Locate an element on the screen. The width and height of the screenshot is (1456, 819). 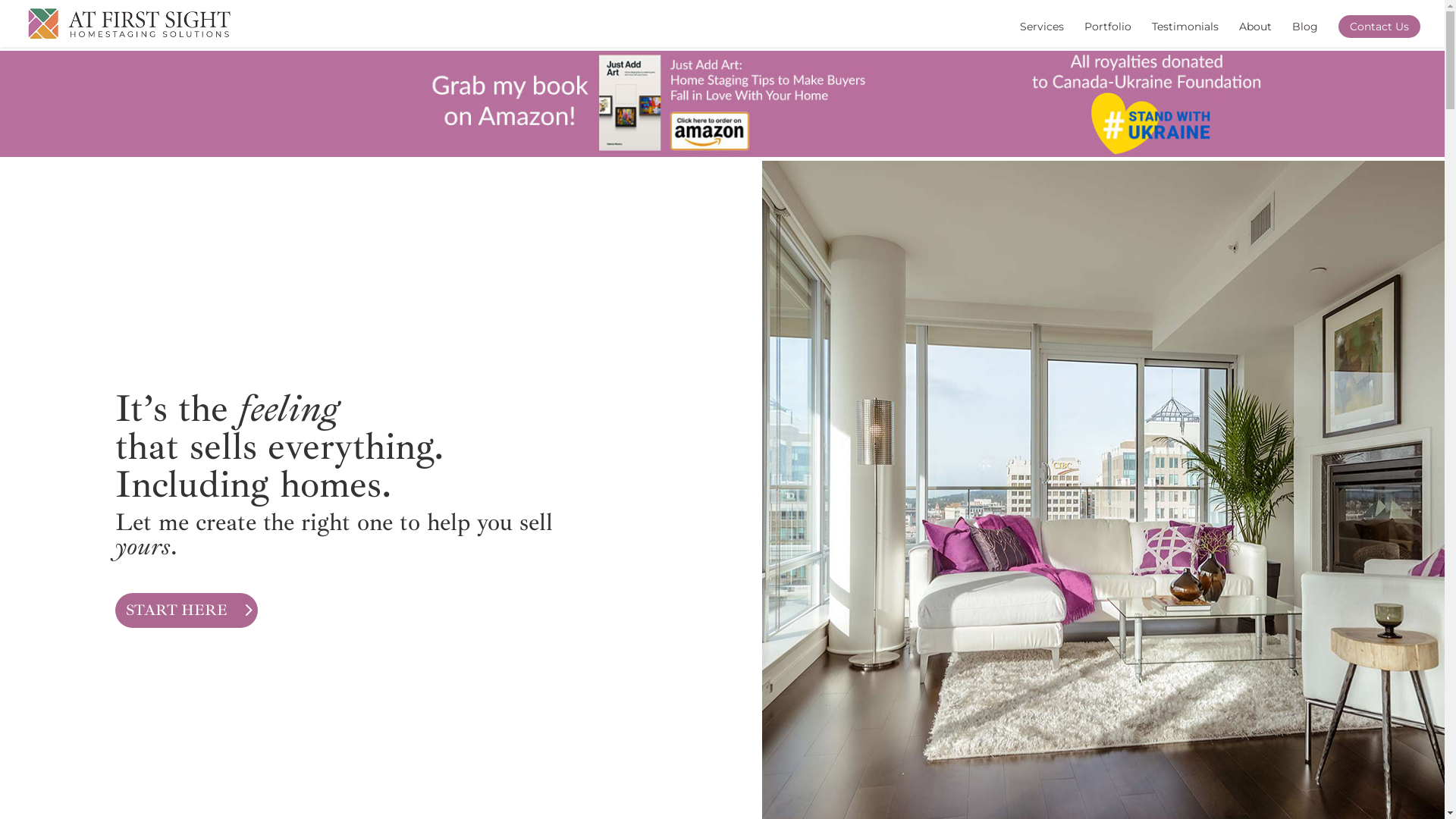
'Portfolio' is located at coordinates (1084, 34).